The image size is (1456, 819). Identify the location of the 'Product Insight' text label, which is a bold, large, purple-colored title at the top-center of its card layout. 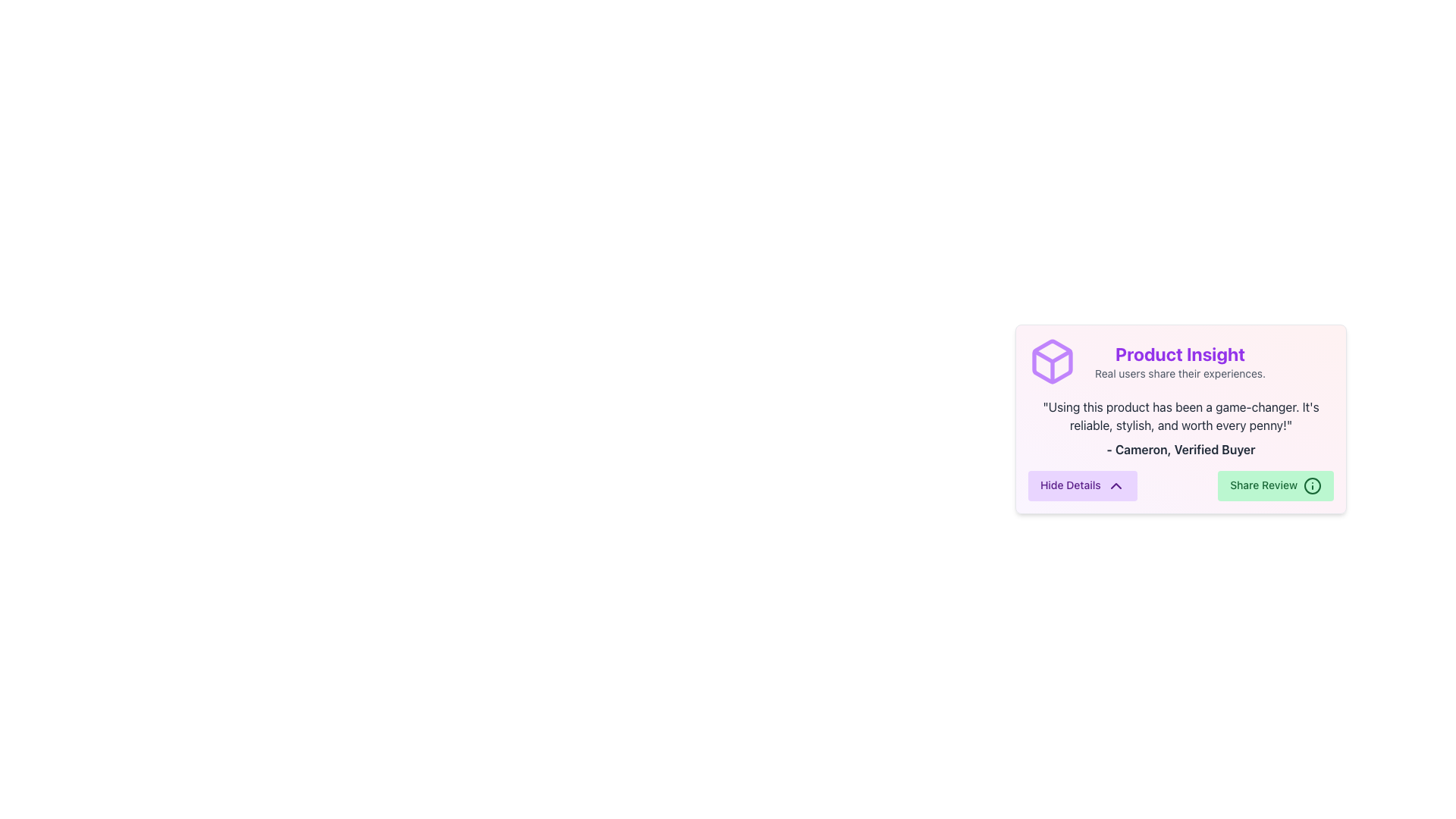
(1179, 353).